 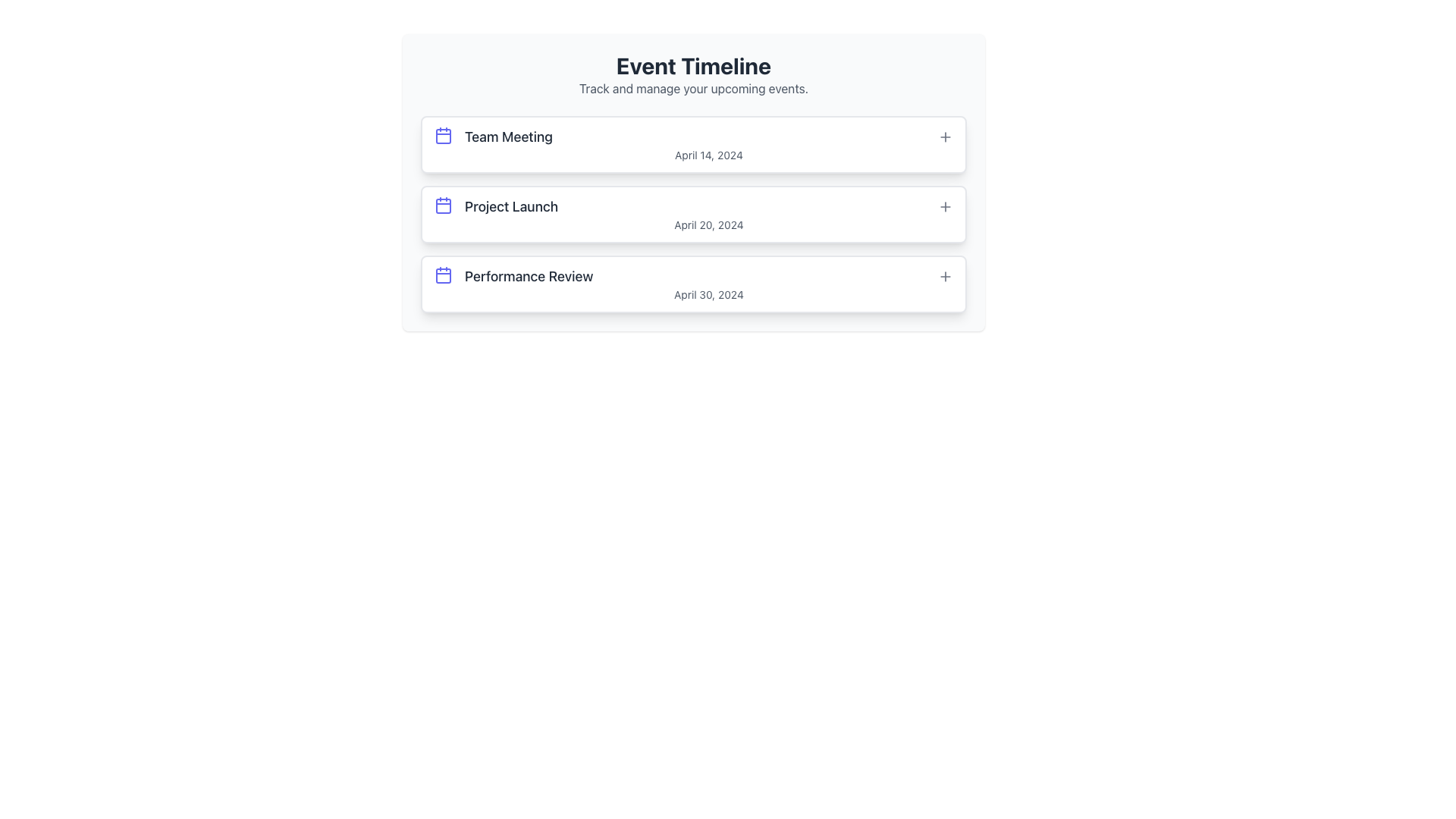 What do you see at coordinates (443, 275) in the screenshot?
I see `the indigo calendar icon located to the left of the 'Performance Review' label in the 'Event Timeline' section` at bounding box center [443, 275].